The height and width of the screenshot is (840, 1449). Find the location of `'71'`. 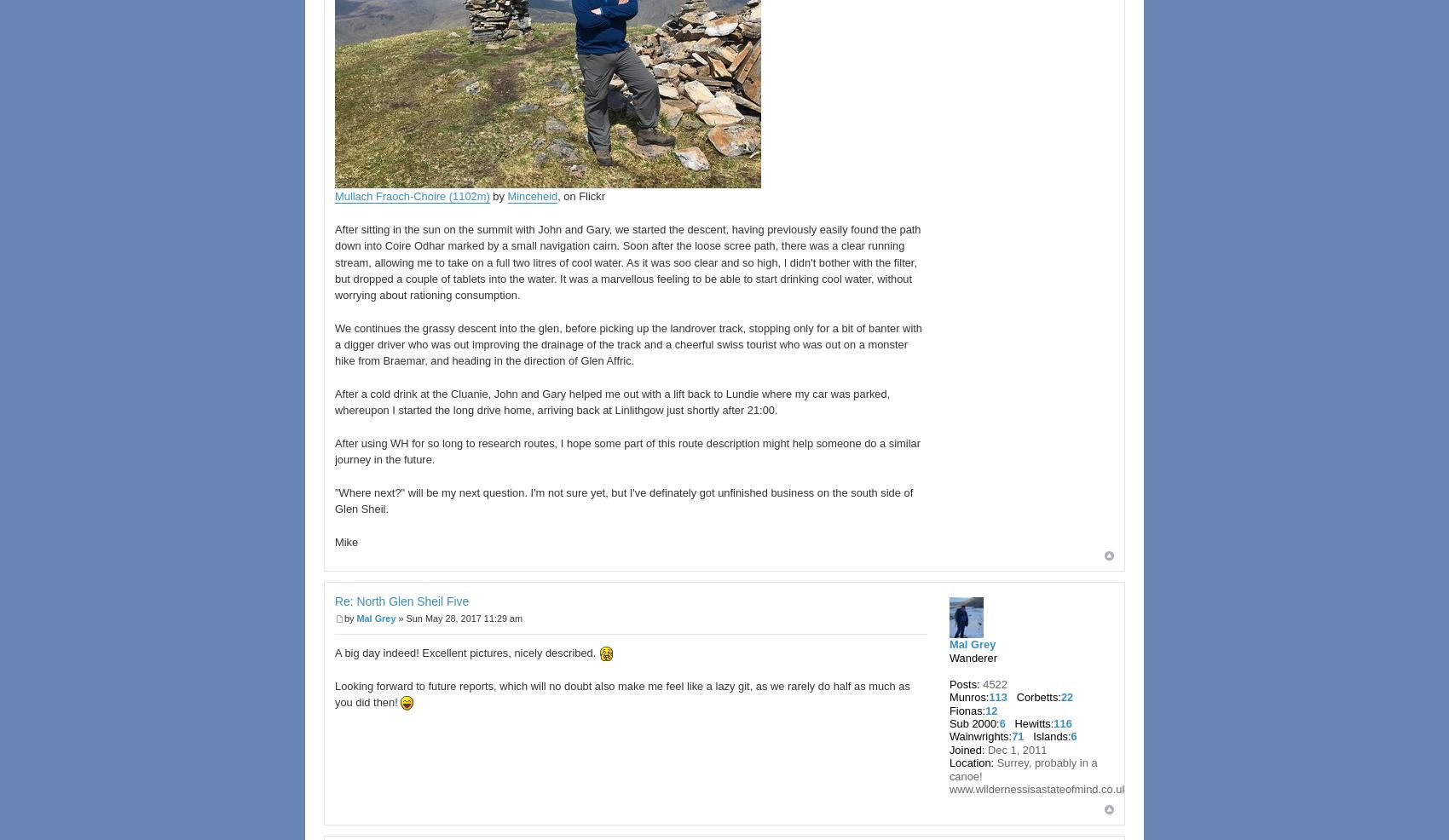

'71' is located at coordinates (1017, 735).